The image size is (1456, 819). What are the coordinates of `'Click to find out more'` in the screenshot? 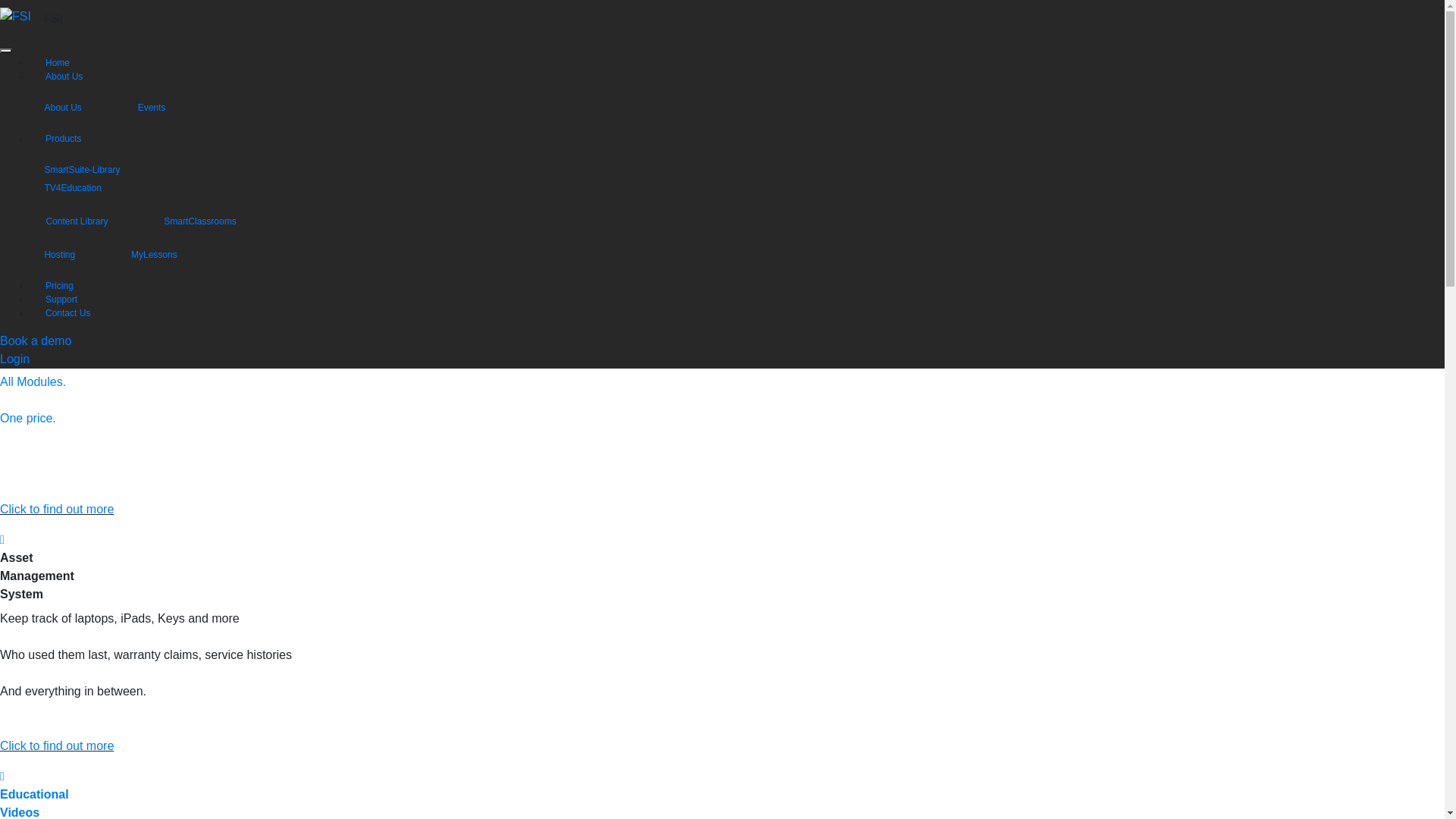 It's located at (57, 509).